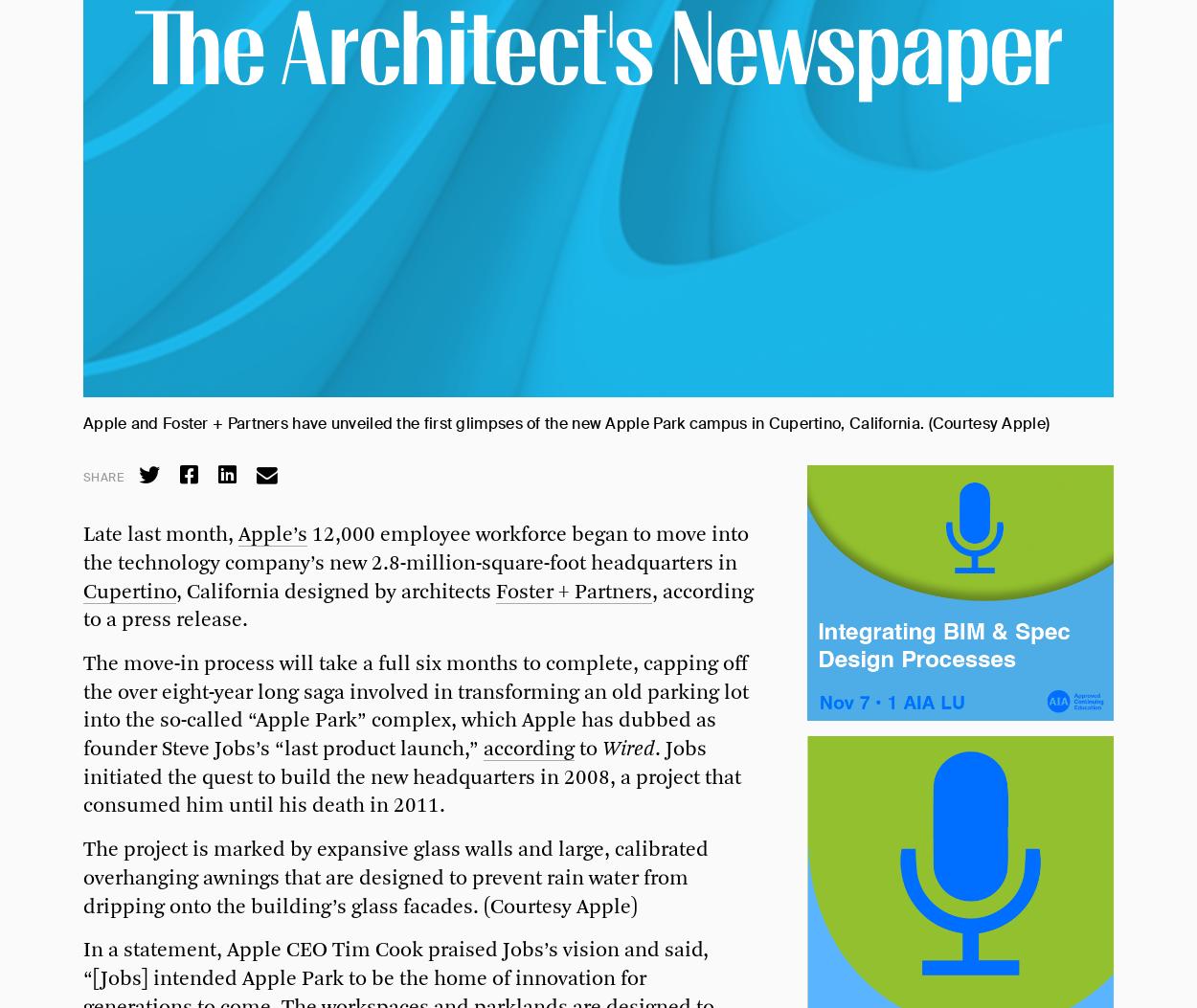  I want to click on '12,000 employee workforce began to move into the technology company’s new 2.8-million-square-foot headquarters in', so click(82, 549).